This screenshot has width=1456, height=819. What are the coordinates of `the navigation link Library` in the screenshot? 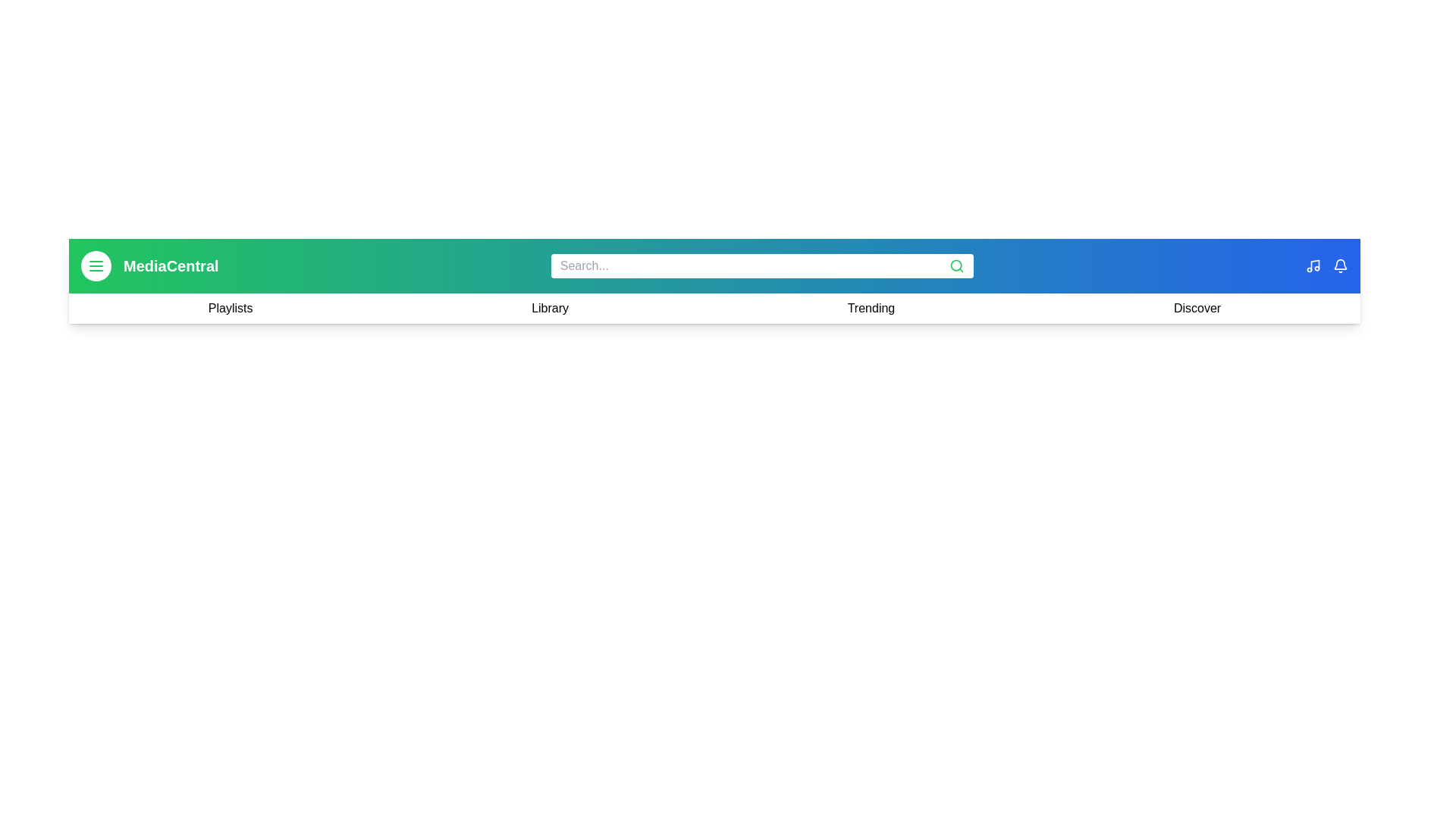 It's located at (549, 308).